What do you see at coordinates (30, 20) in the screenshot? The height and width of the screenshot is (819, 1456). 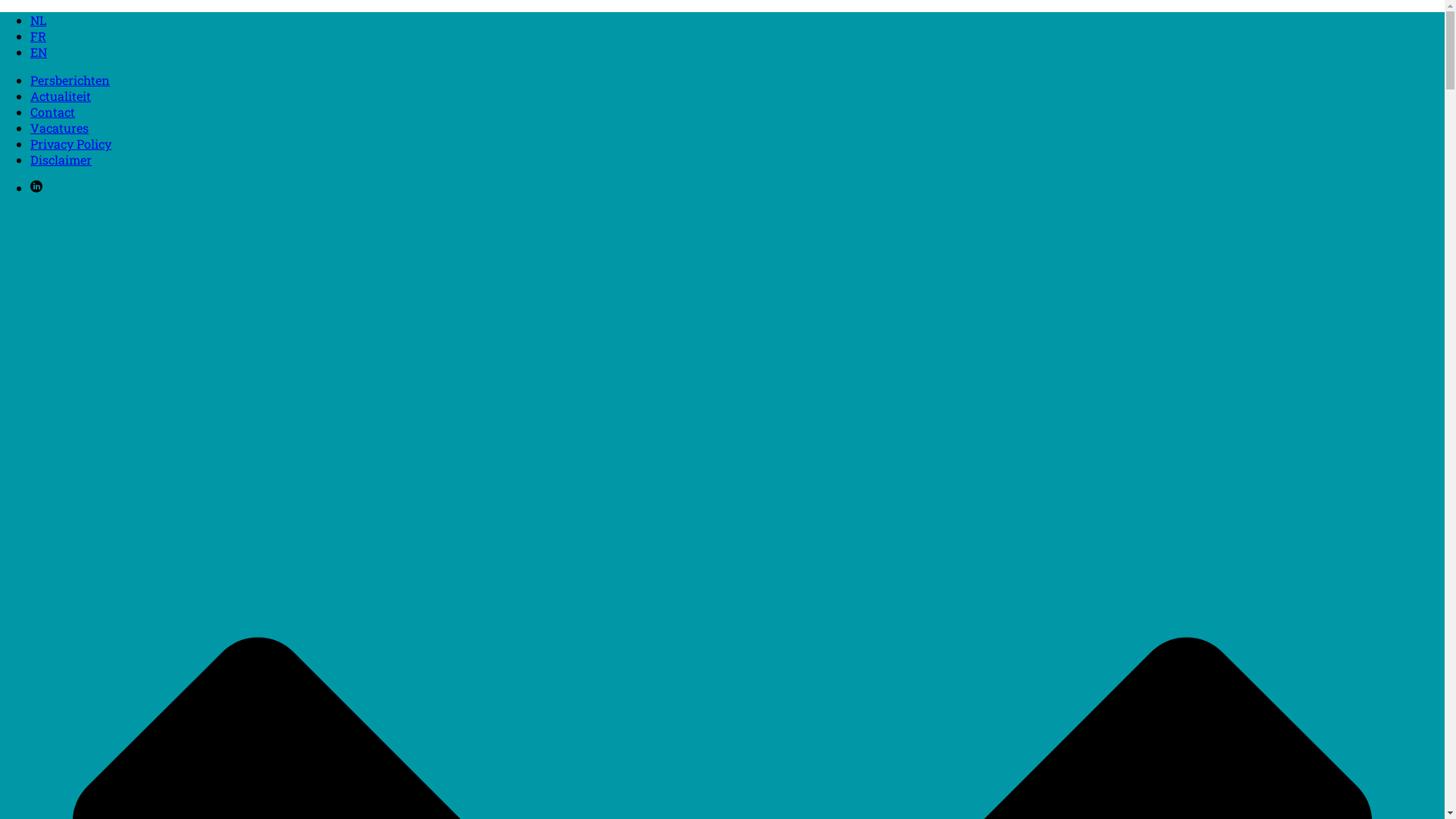 I see `'NL'` at bounding box center [30, 20].